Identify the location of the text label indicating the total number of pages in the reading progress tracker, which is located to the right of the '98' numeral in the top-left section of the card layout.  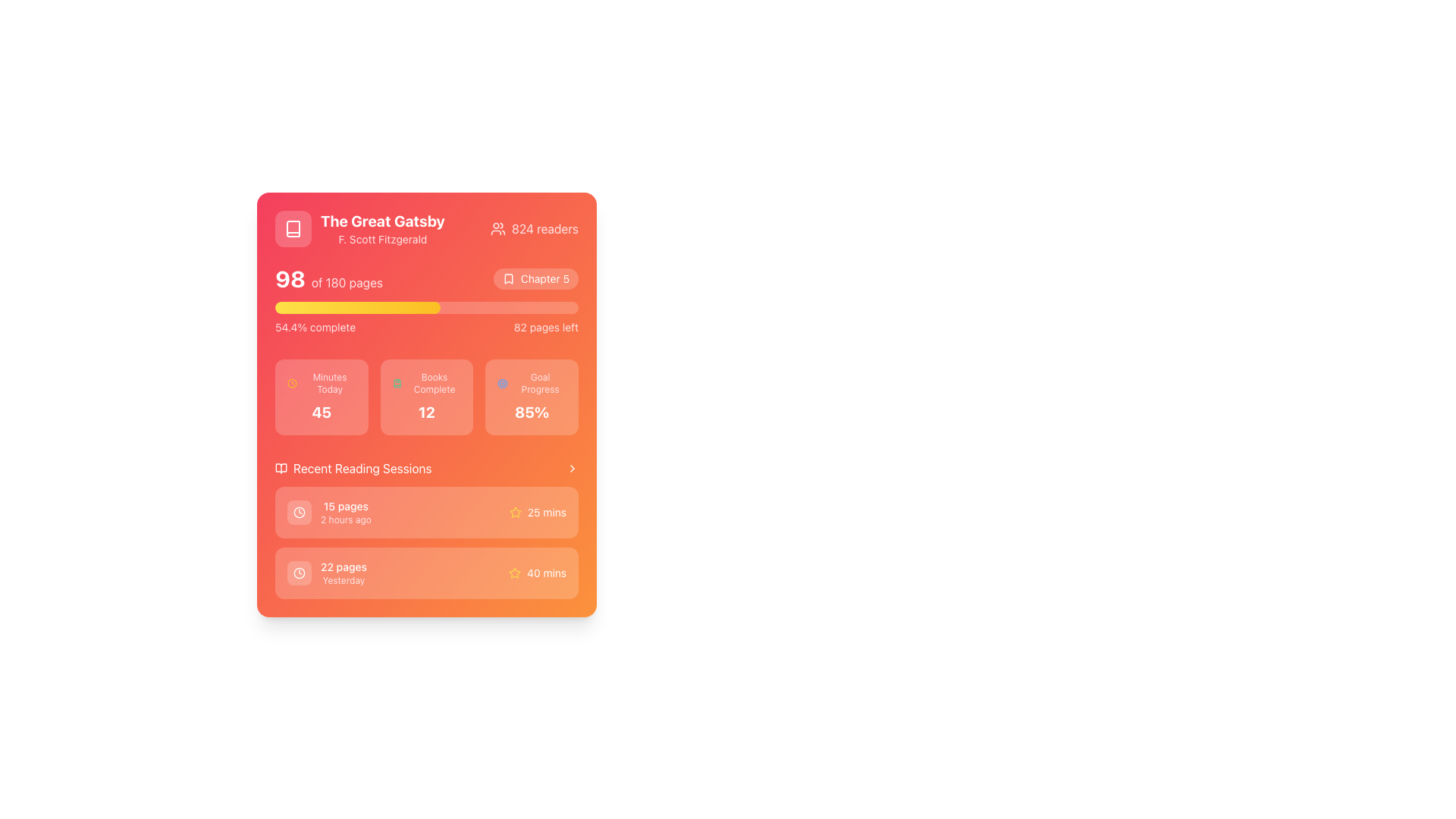
(346, 283).